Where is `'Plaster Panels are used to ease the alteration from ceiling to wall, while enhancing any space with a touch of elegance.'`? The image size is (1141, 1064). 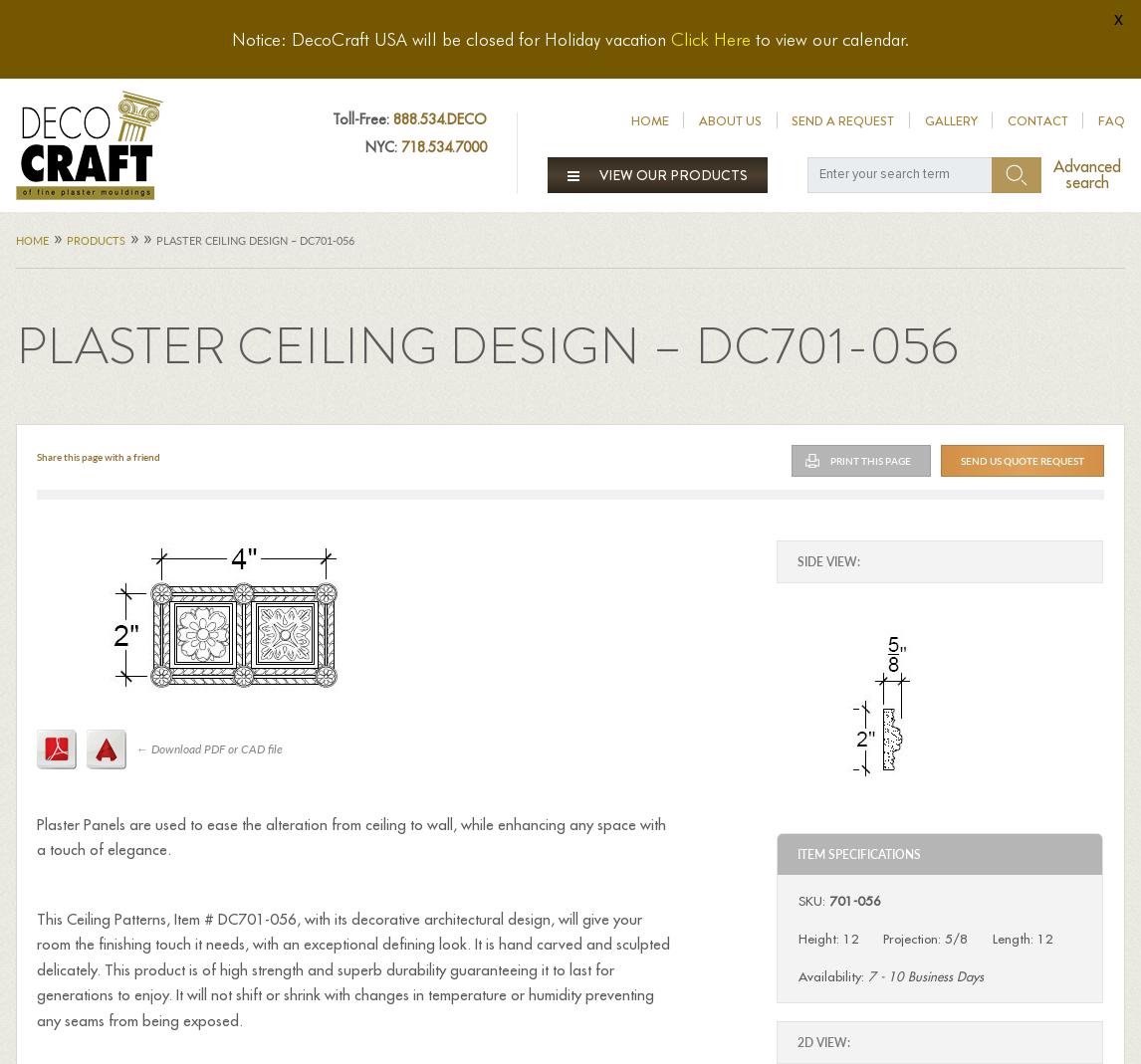 'Plaster Panels are used to ease the alteration from ceiling to wall, while enhancing any space with a touch of elegance.' is located at coordinates (349, 837).